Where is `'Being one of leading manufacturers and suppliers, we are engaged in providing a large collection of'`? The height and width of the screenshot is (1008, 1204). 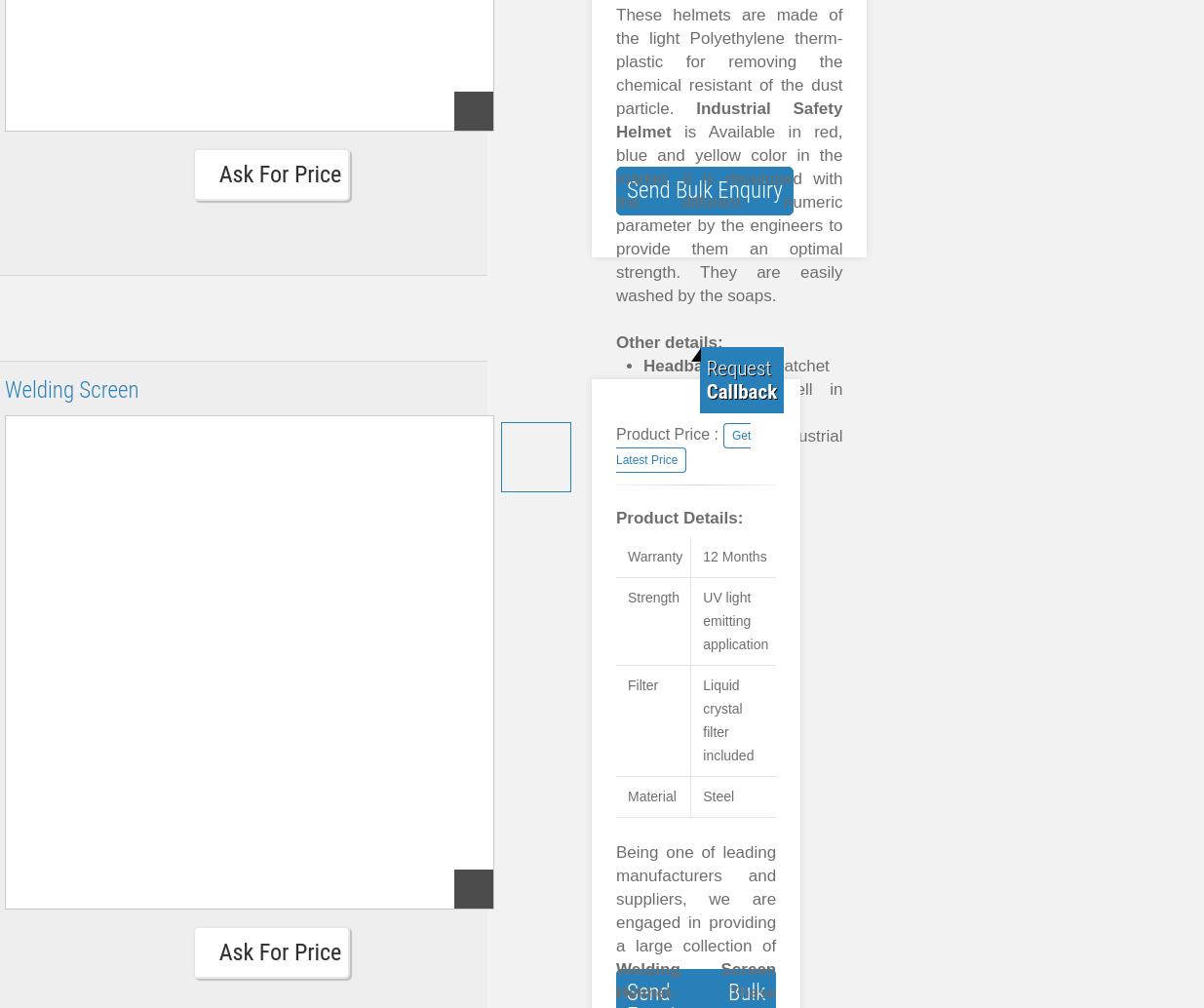
'Being one of leading manufacturers and suppliers, we are engaged in providing a large collection of' is located at coordinates (695, 898).